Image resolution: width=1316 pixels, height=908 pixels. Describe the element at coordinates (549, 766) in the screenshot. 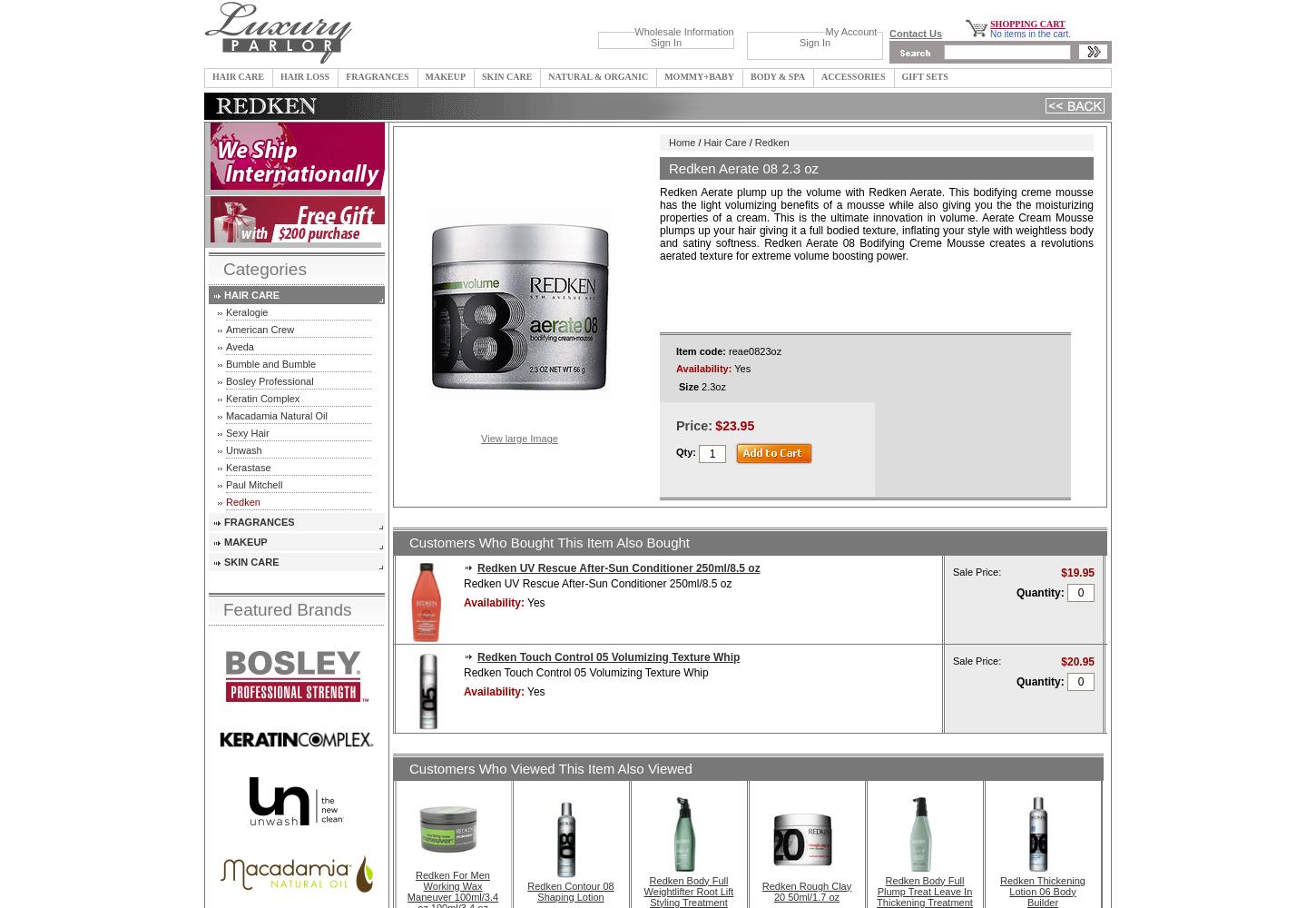

I see `'Customers Who Viewed This Item Also Viewed'` at that location.